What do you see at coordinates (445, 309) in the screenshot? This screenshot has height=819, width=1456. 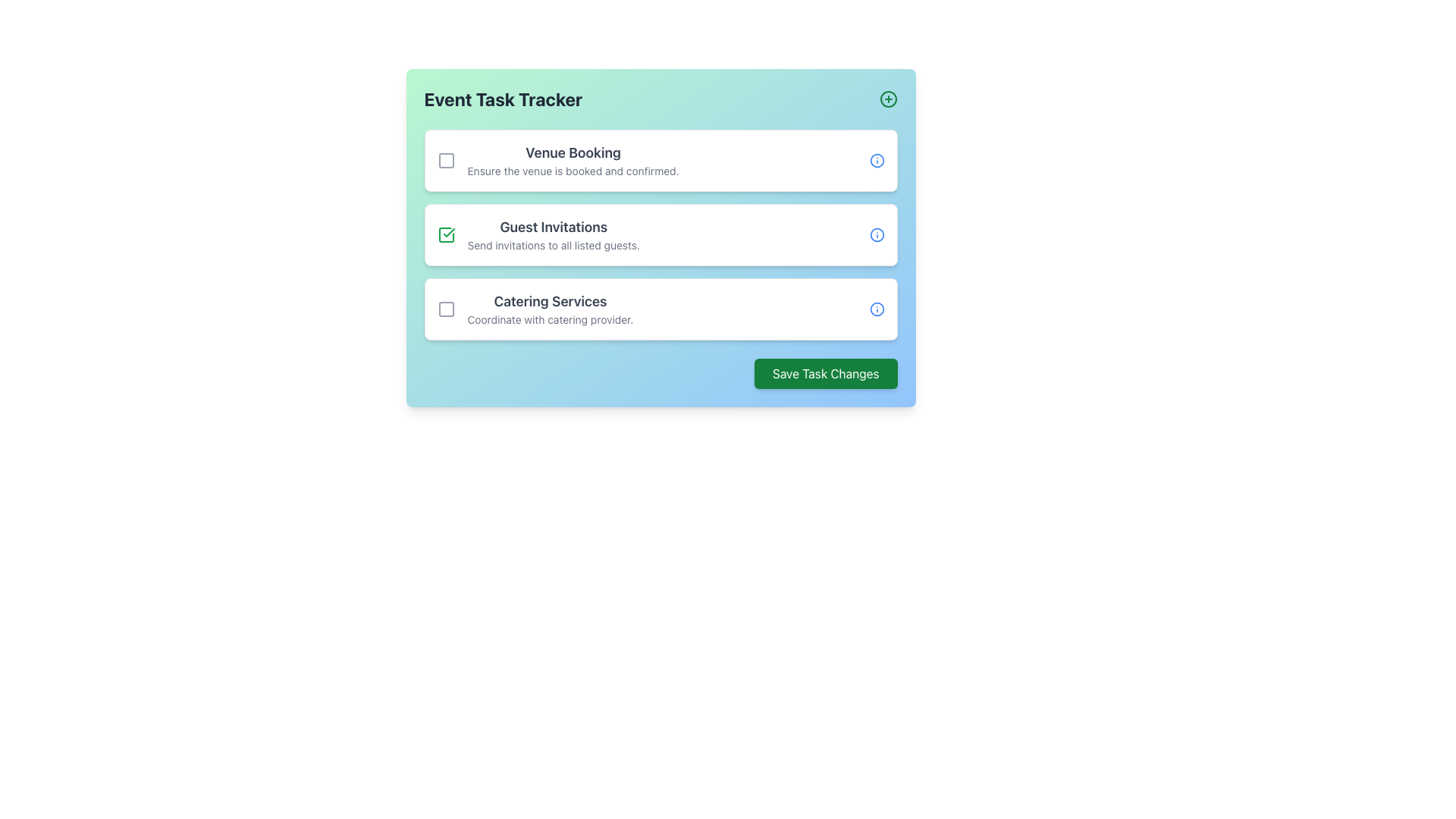 I see `to interact with the Checkbox-like element (non-standard) located in the third row of the task list, adjacent to the 'Catering Services' task description` at bounding box center [445, 309].